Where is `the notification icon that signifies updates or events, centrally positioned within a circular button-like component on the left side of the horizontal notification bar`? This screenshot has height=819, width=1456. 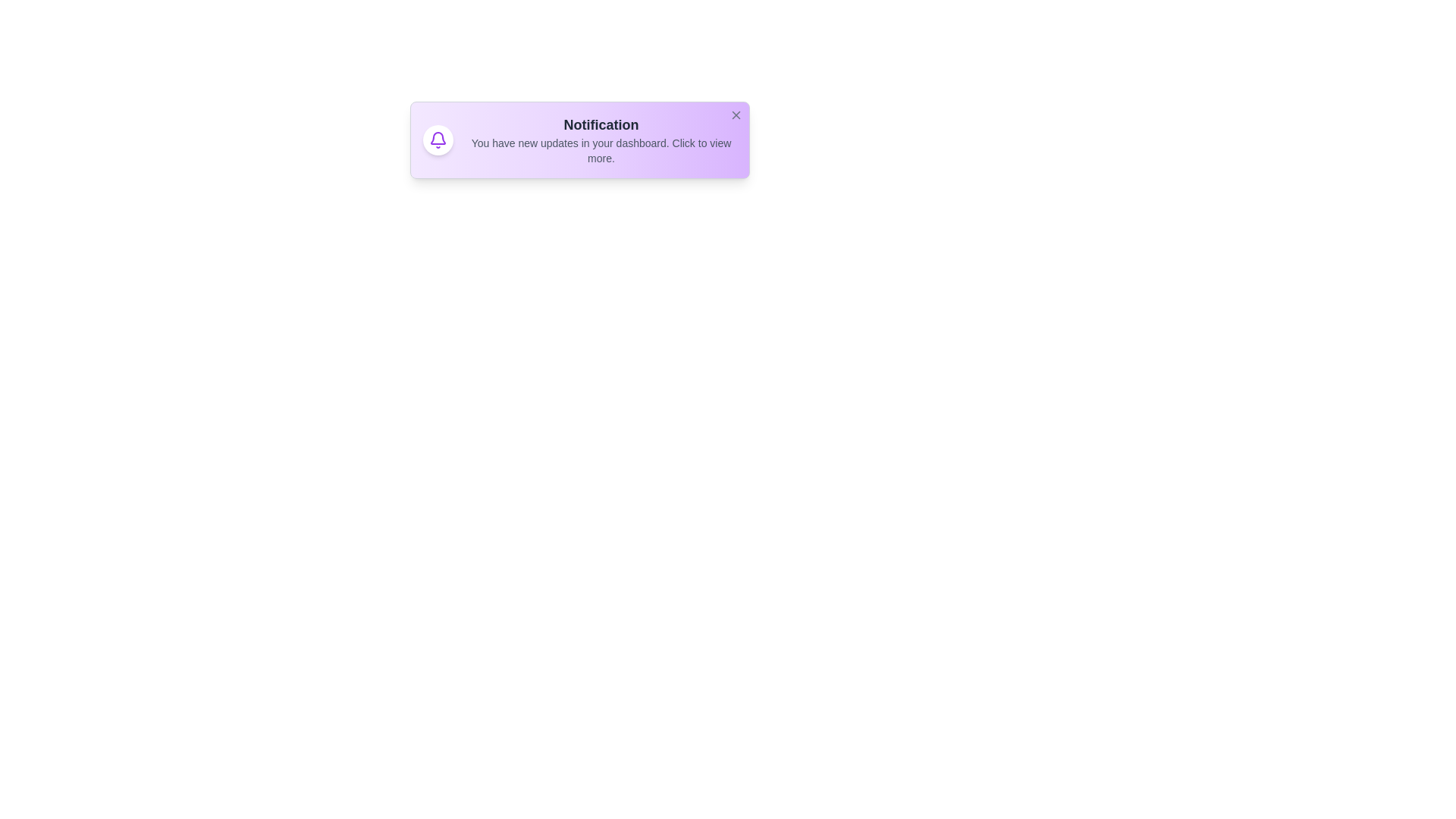 the notification icon that signifies updates or events, centrally positioned within a circular button-like component on the left side of the horizontal notification bar is located at coordinates (437, 140).